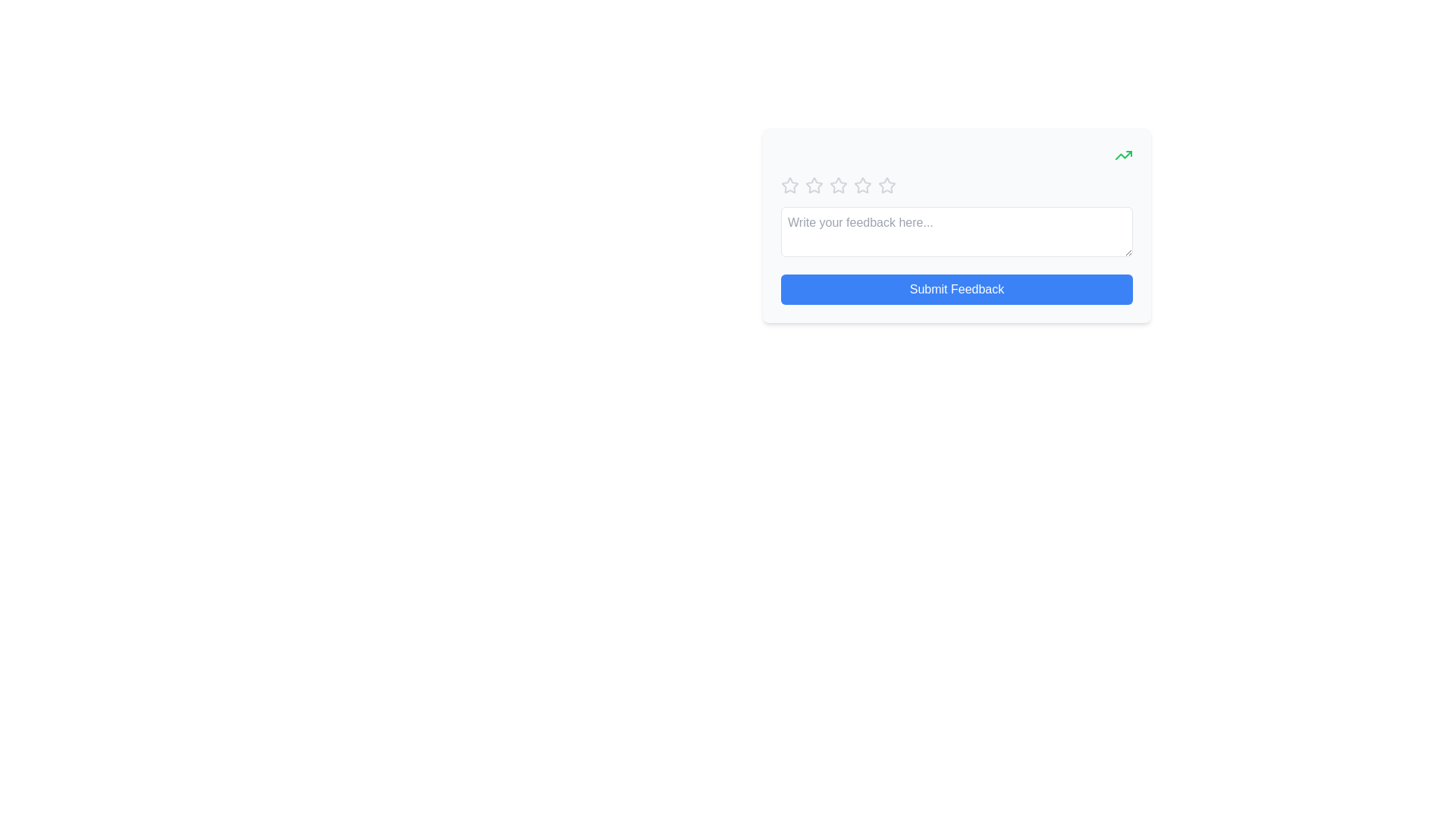 The image size is (1456, 819). Describe the element at coordinates (789, 184) in the screenshot. I see `the leftmost star icon in the horizontal group of rating stars` at that location.